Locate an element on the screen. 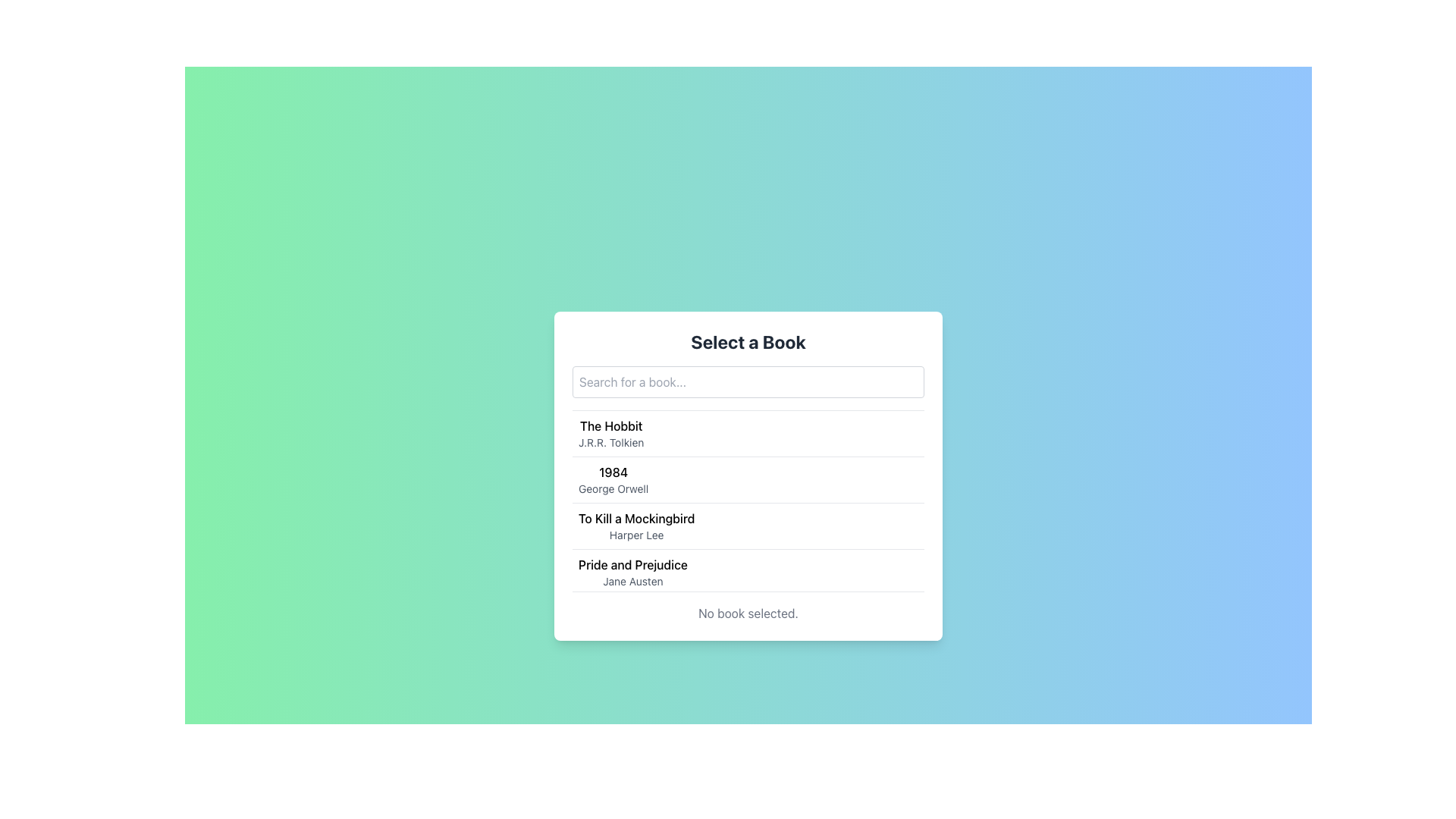 Image resolution: width=1456 pixels, height=819 pixels. the title label for the book 'The Hobbit' to reference the associated list item is located at coordinates (611, 426).